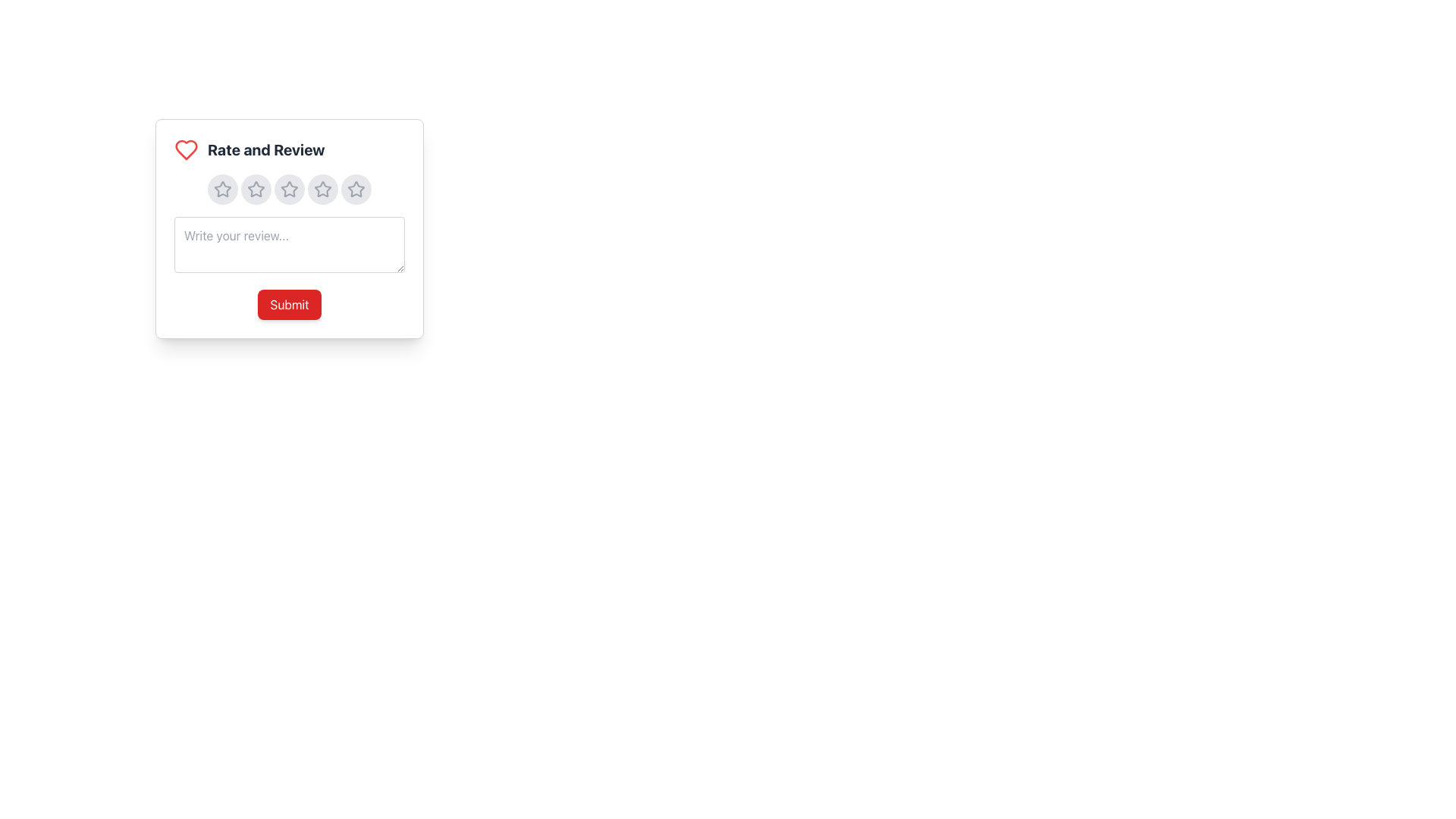 The width and height of the screenshot is (1456, 819). Describe the element at coordinates (356, 189) in the screenshot. I see `the fifth rating star icon in the rating section below the 'Rate and Review' heading` at that location.